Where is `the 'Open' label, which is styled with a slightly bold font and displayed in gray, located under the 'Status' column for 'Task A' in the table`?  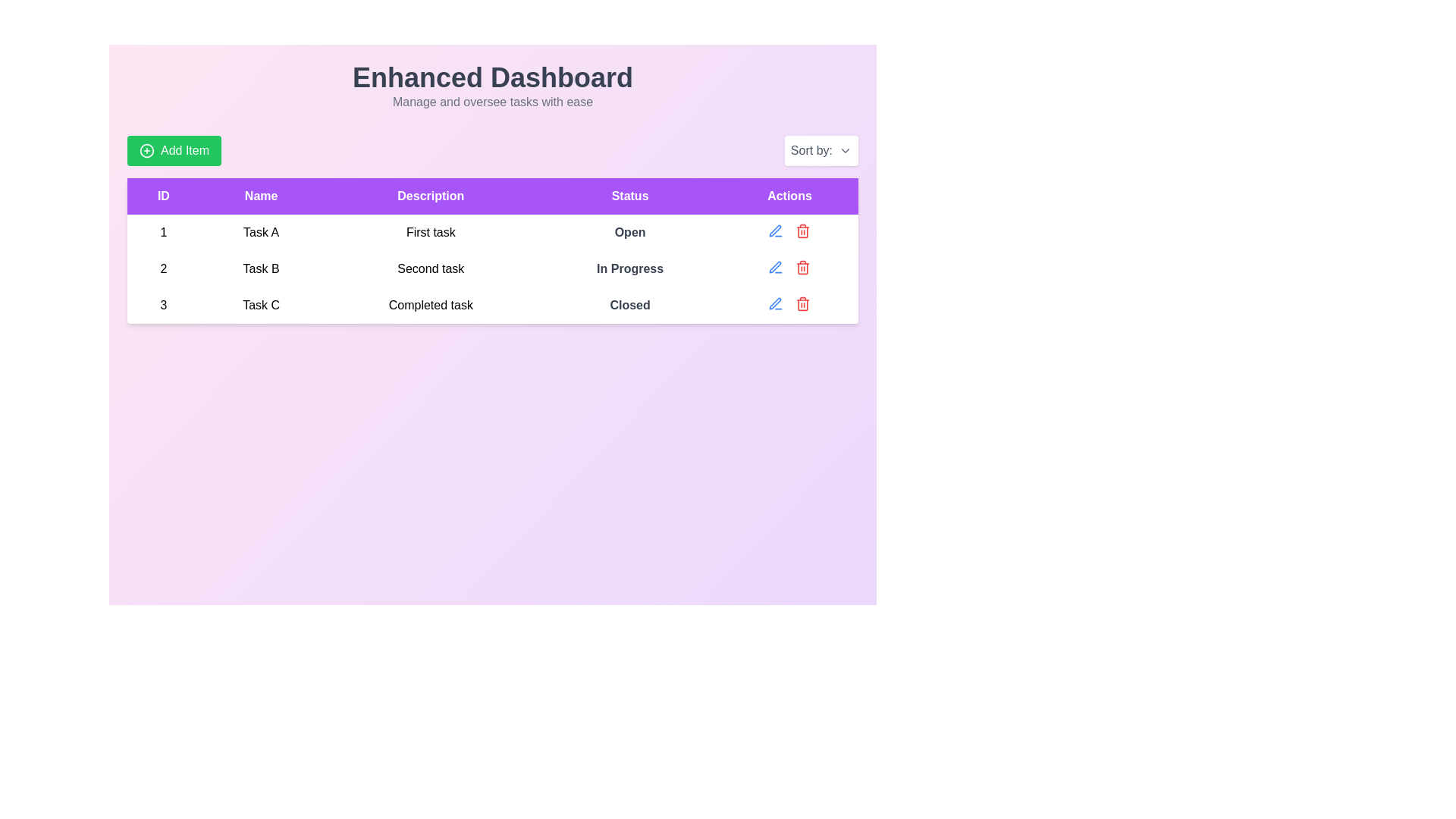
the 'Open' label, which is styled with a slightly bold font and displayed in gray, located under the 'Status' column for 'Task A' in the table is located at coordinates (630, 233).